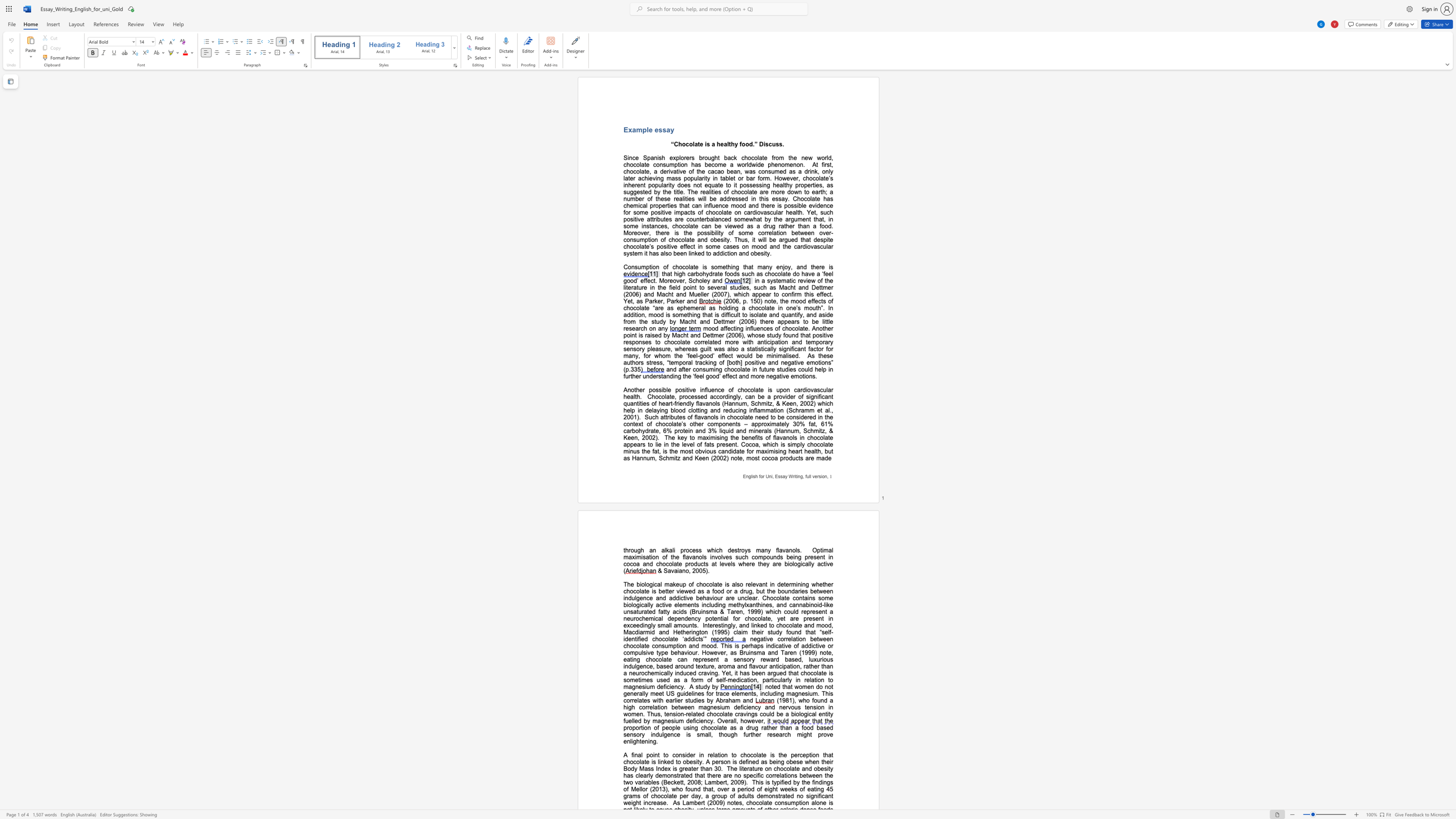 This screenshot has width=1456, height=819. What do you see at coordinates (717, 389) in the screenshot?
I see `the subset text "ce o" within the text "Another possible positive influence of chocolate is upon cardiovascular health"` at bounding box center [717, 389].